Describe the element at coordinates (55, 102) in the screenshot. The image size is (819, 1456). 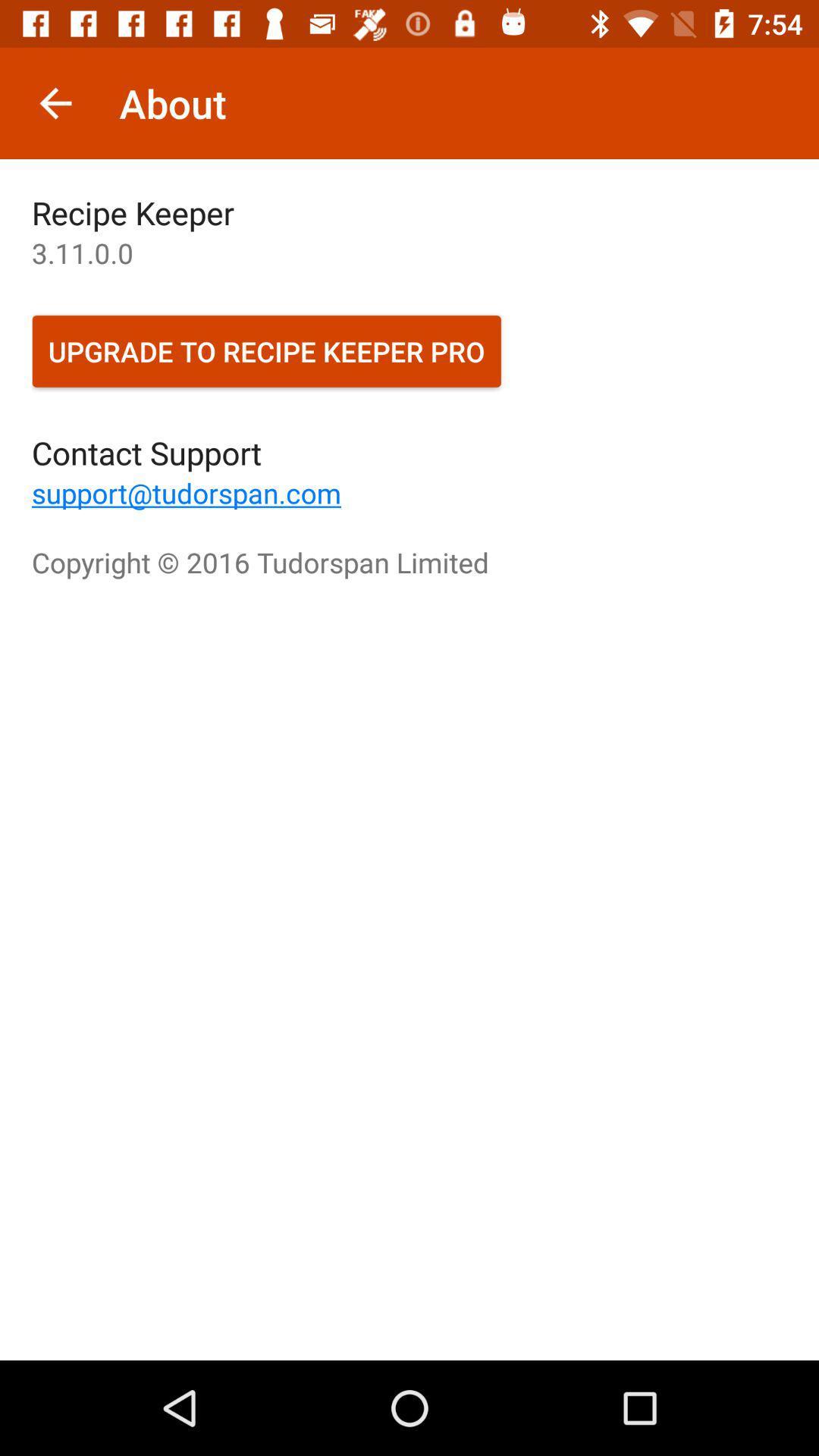
I see `icon above recipe keeper` at that location.